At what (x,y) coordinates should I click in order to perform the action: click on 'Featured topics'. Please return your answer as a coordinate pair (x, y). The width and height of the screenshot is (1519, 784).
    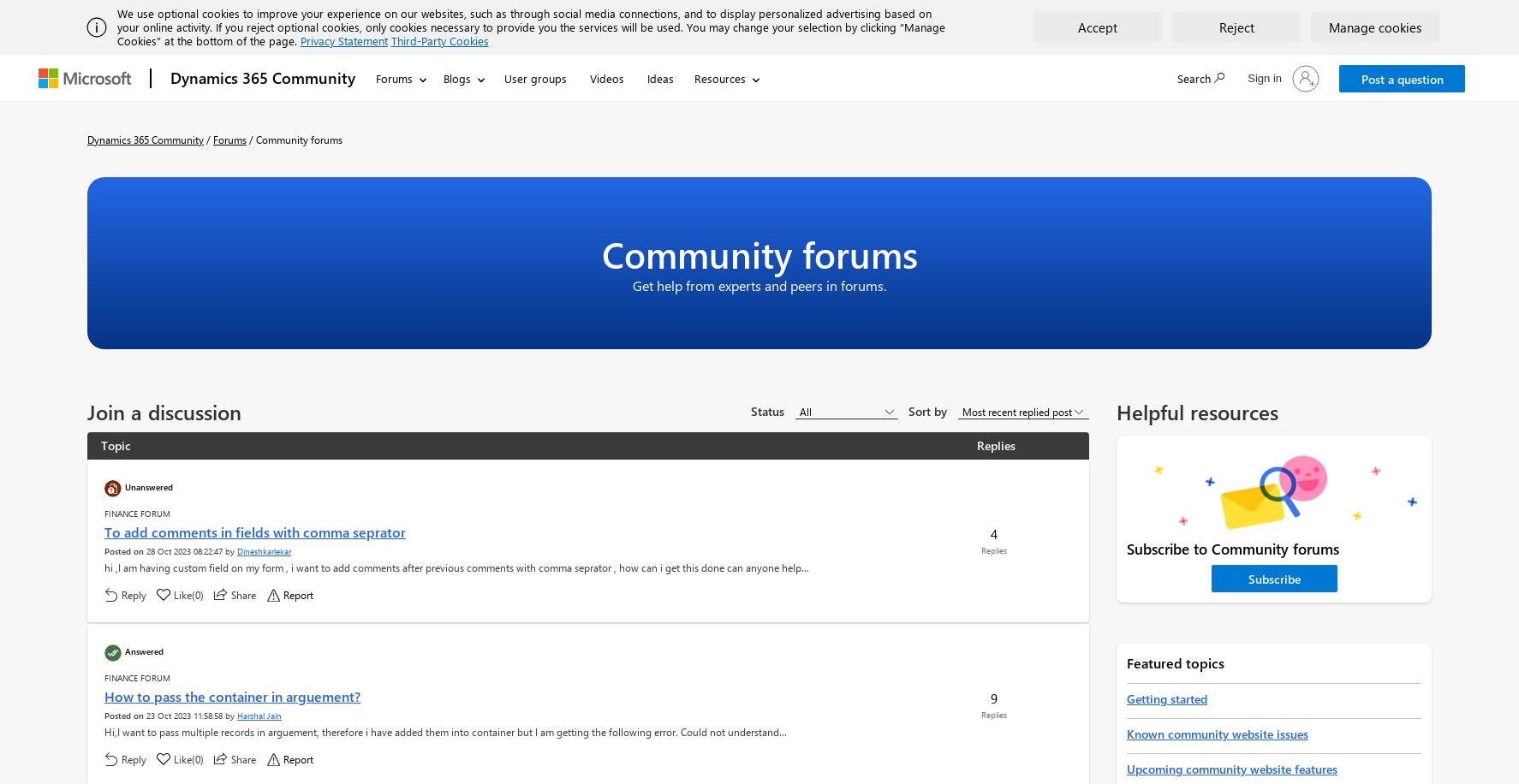
    Looking at the image, I should click on (1176, 662).